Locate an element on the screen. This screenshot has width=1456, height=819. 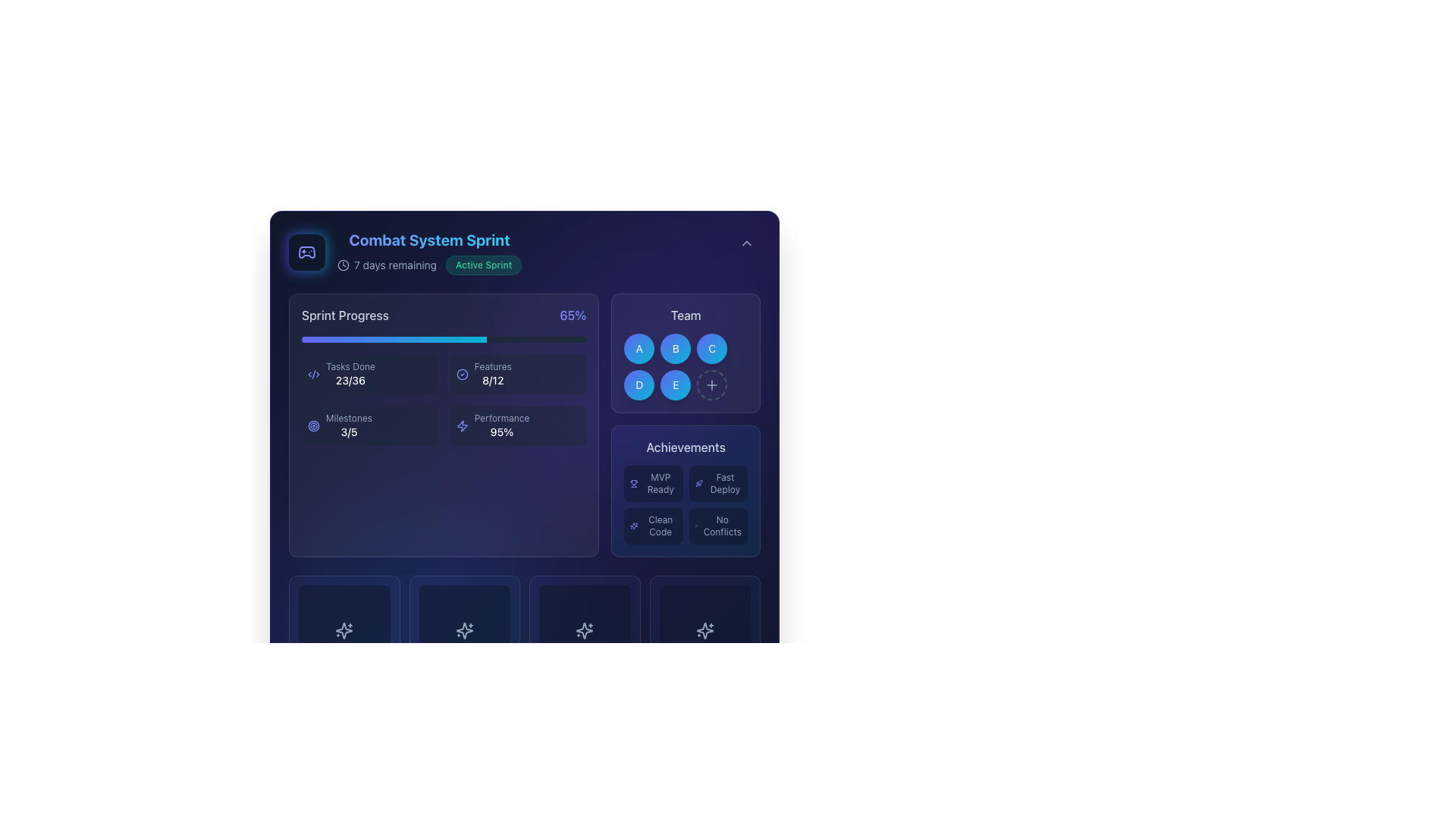
label with the text 'Active Sprint' that is styled with green text and a rounded border, located to the right of '7 days remaining' in the header area to understand the current sprint state is located at coordinates (483, 265).